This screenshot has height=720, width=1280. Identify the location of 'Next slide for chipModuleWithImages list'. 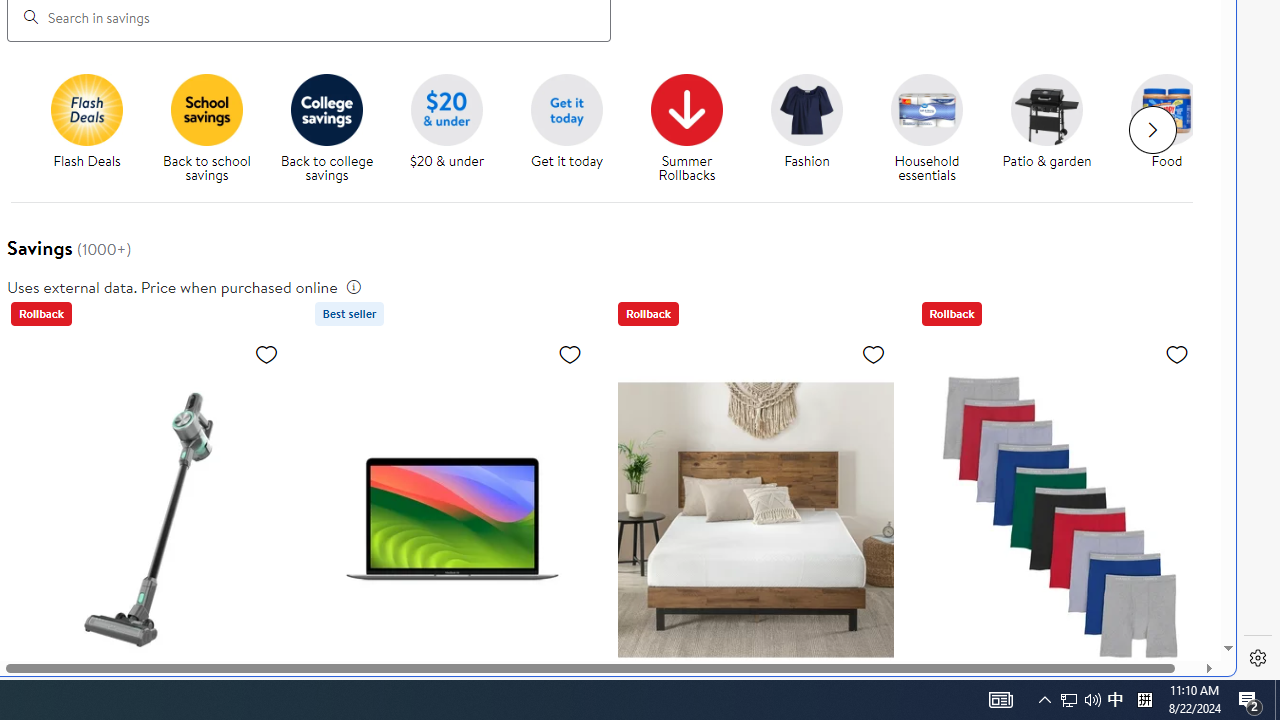
(1153, 129).